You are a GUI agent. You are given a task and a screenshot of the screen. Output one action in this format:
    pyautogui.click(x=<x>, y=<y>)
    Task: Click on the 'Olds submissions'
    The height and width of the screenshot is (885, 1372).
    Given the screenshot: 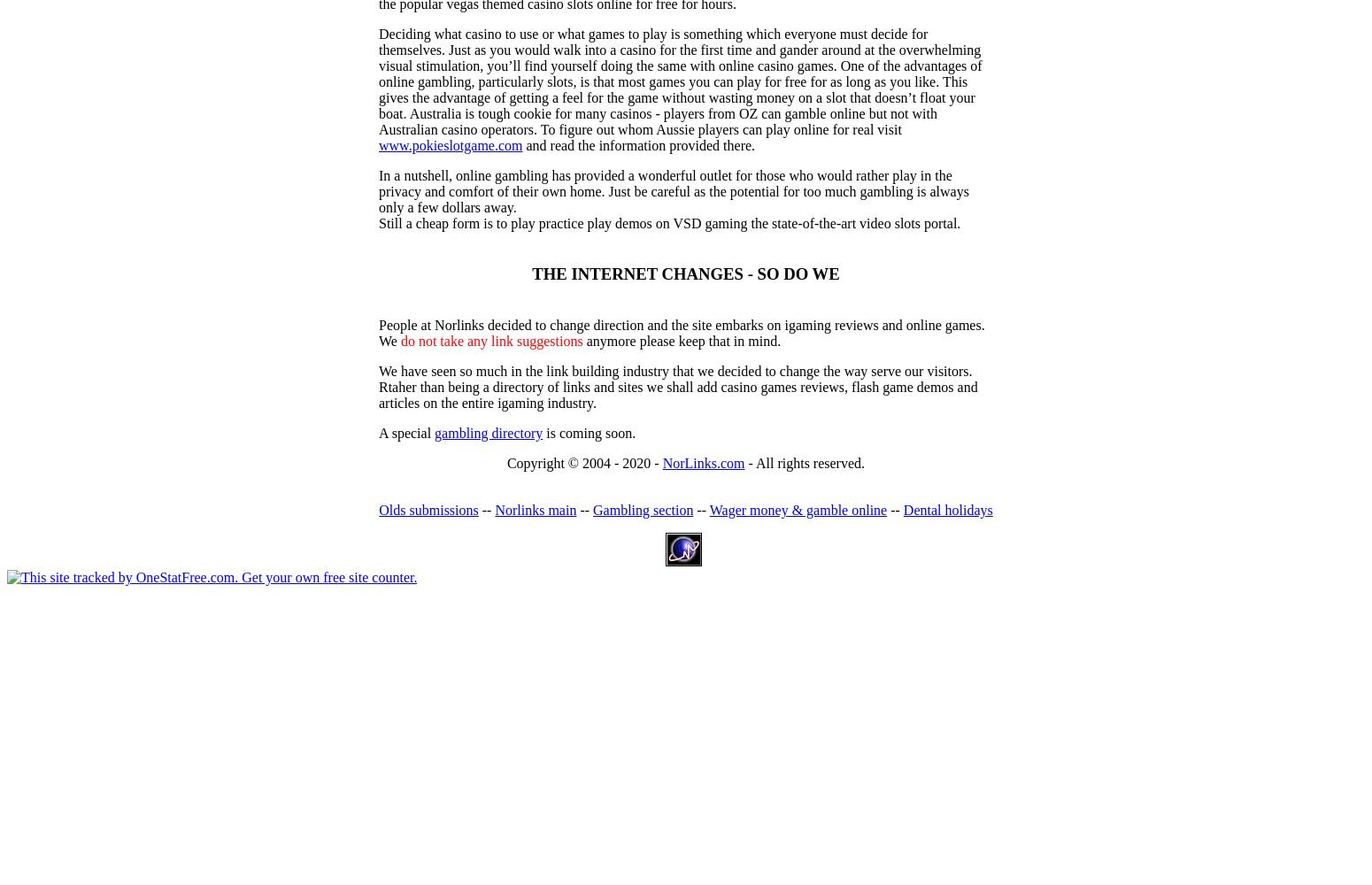 What is the action you would take?
    pyautogui.click(x=378, y=509)
    